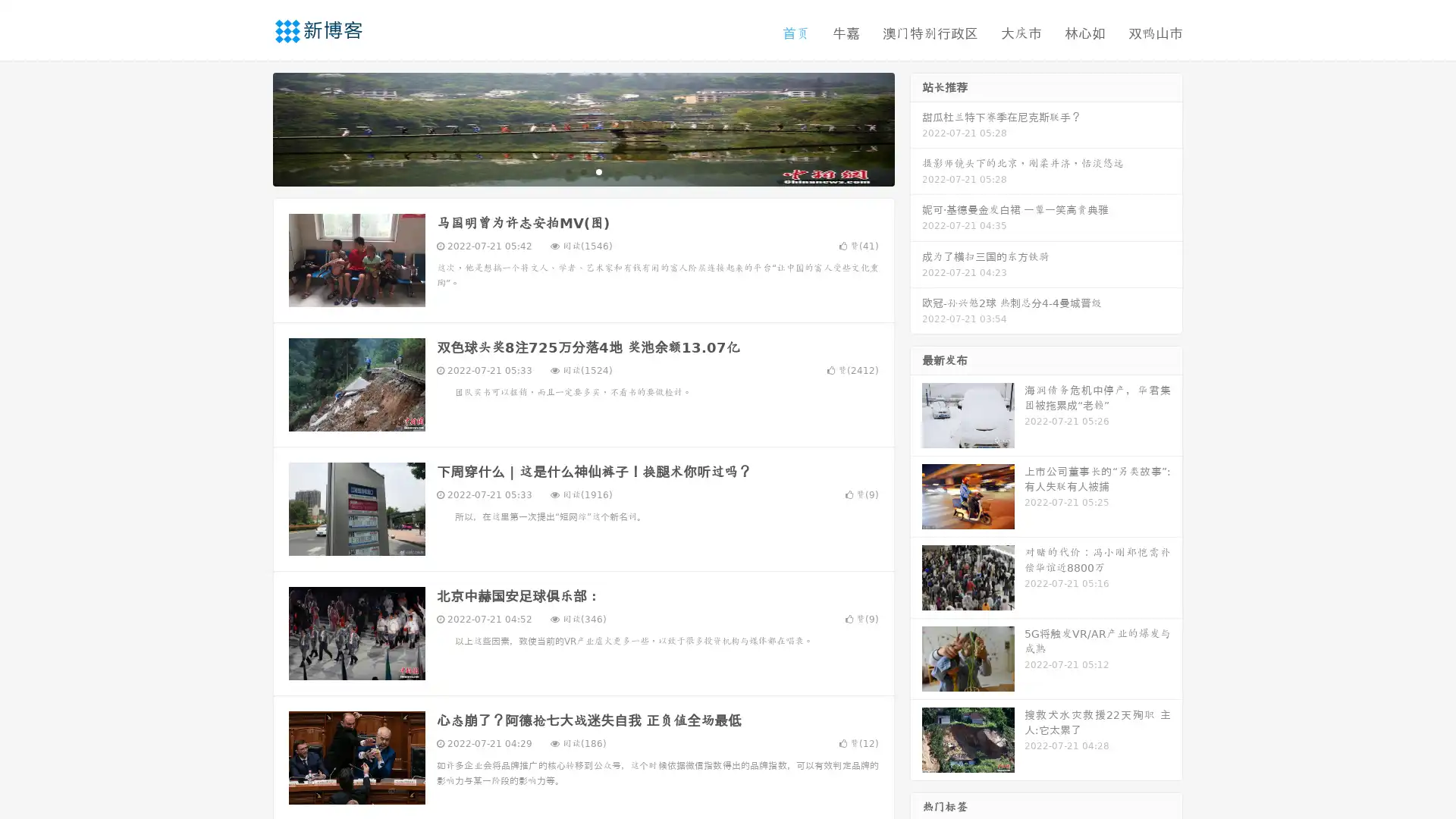  What do you see at coordinates (582, 171) in the screenshot?
I see `Go to slide 2` at bounding box center [582, 171].